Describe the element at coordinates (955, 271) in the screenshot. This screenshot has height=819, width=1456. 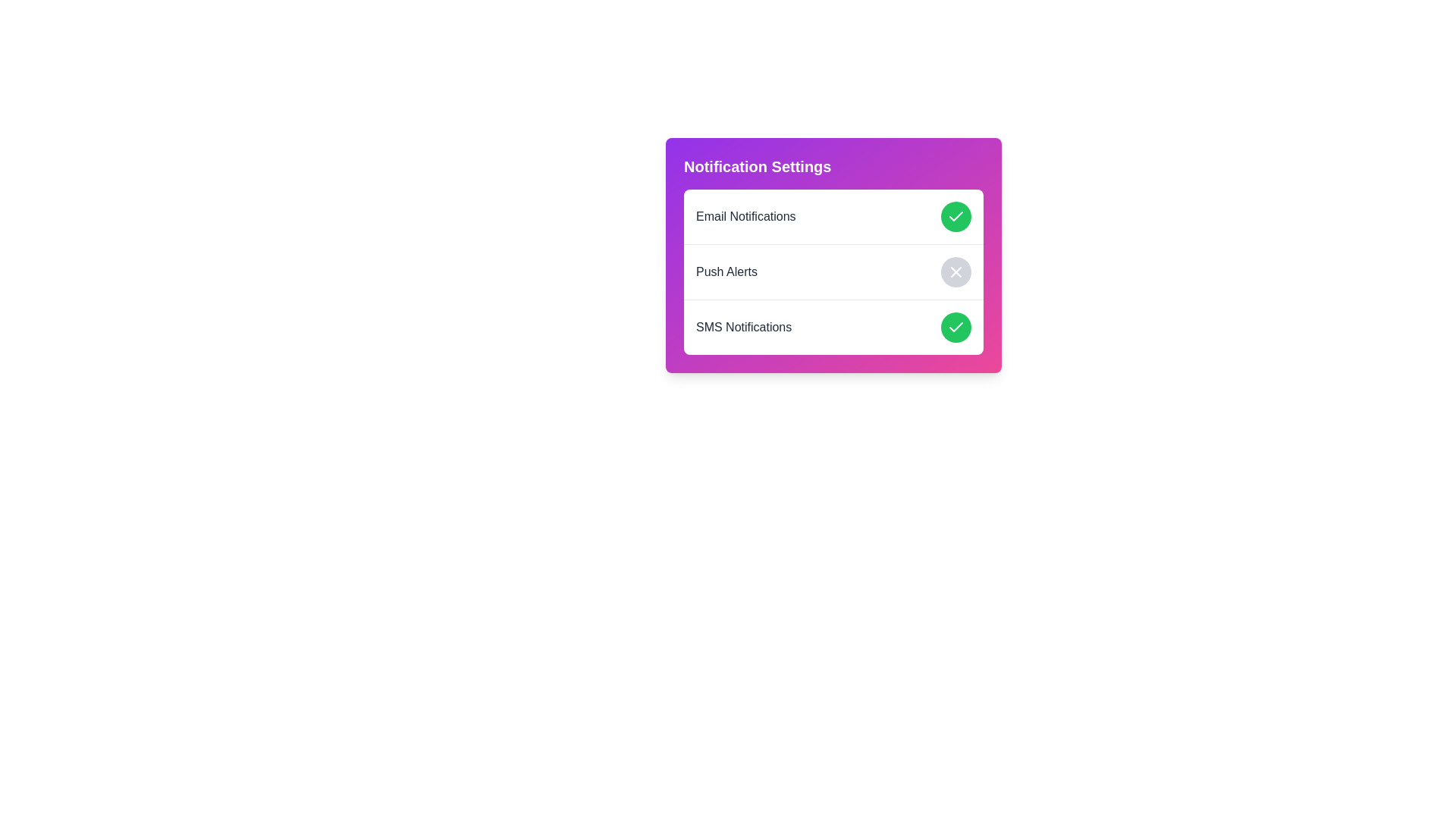
I see `the close button located on the right side of the 'Push Alerts' row in the notification settings panel` at that location.